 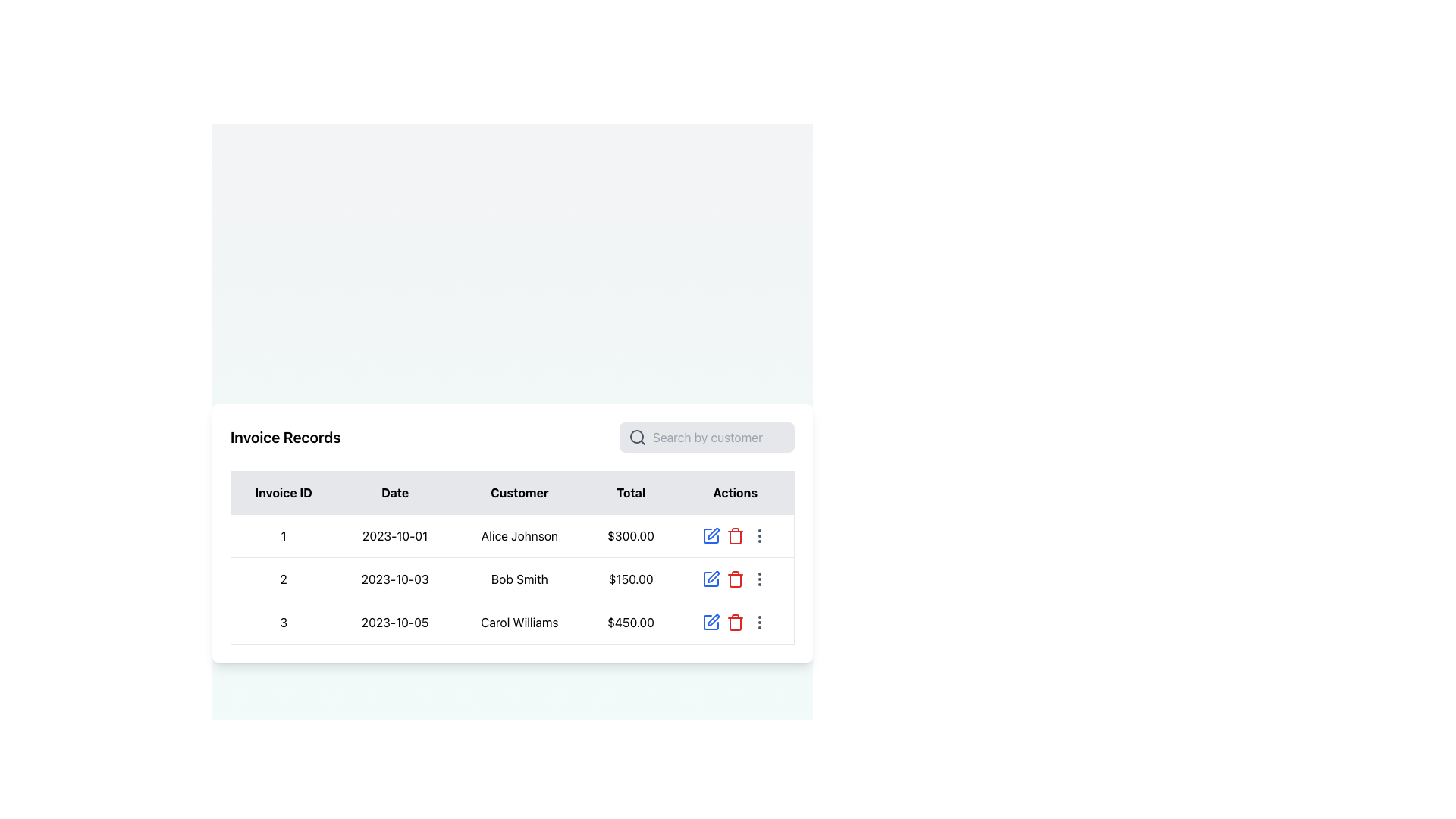 What do you see at coordinates (718, 437) in the screenshot?
I see `the text input field for searching customers, which features a transparent background and placeholder text 'Search by customer'` at bounding box center [718, 437].